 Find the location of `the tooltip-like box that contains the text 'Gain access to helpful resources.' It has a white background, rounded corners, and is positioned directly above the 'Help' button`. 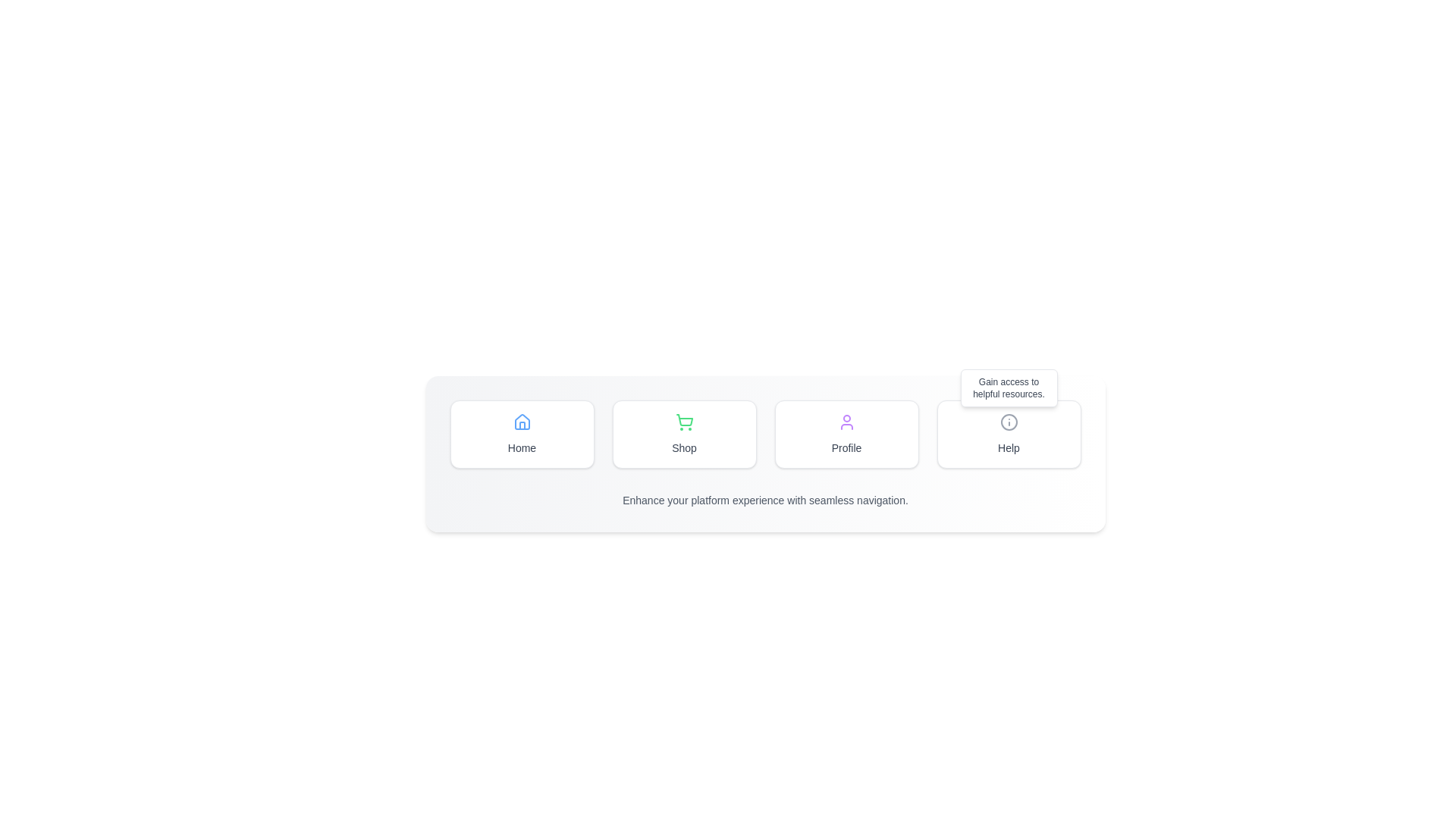

the tooltip-like box that contains the text 'Gain access to helpful resources.' It has a white background, rounded corners, and is positioned directly above the 'Help' button is located at coordinates (1009, 388).